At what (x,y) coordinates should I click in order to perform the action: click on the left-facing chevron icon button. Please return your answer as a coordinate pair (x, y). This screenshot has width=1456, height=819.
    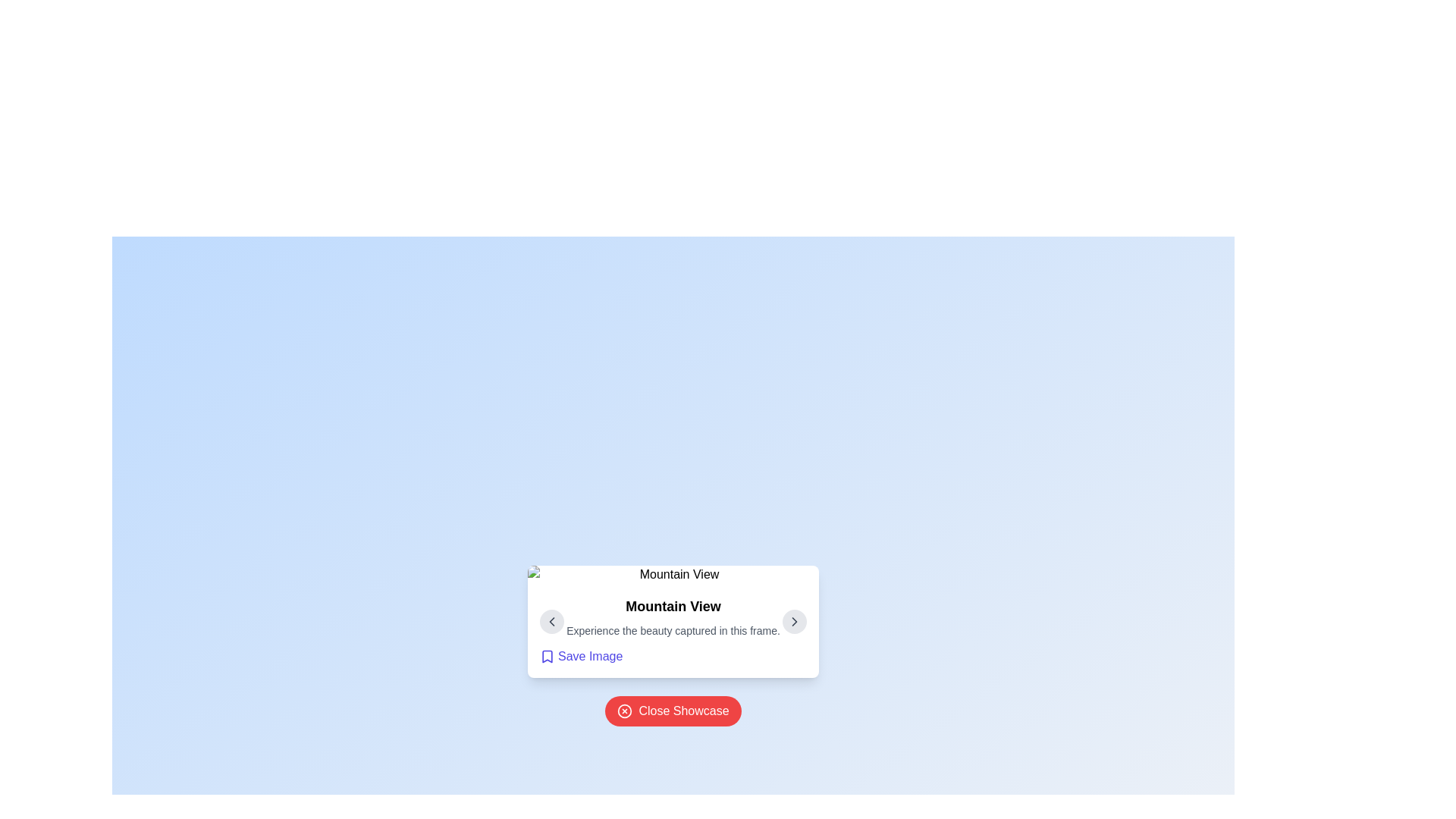
    Looking at the image, I should click on (551, 622).